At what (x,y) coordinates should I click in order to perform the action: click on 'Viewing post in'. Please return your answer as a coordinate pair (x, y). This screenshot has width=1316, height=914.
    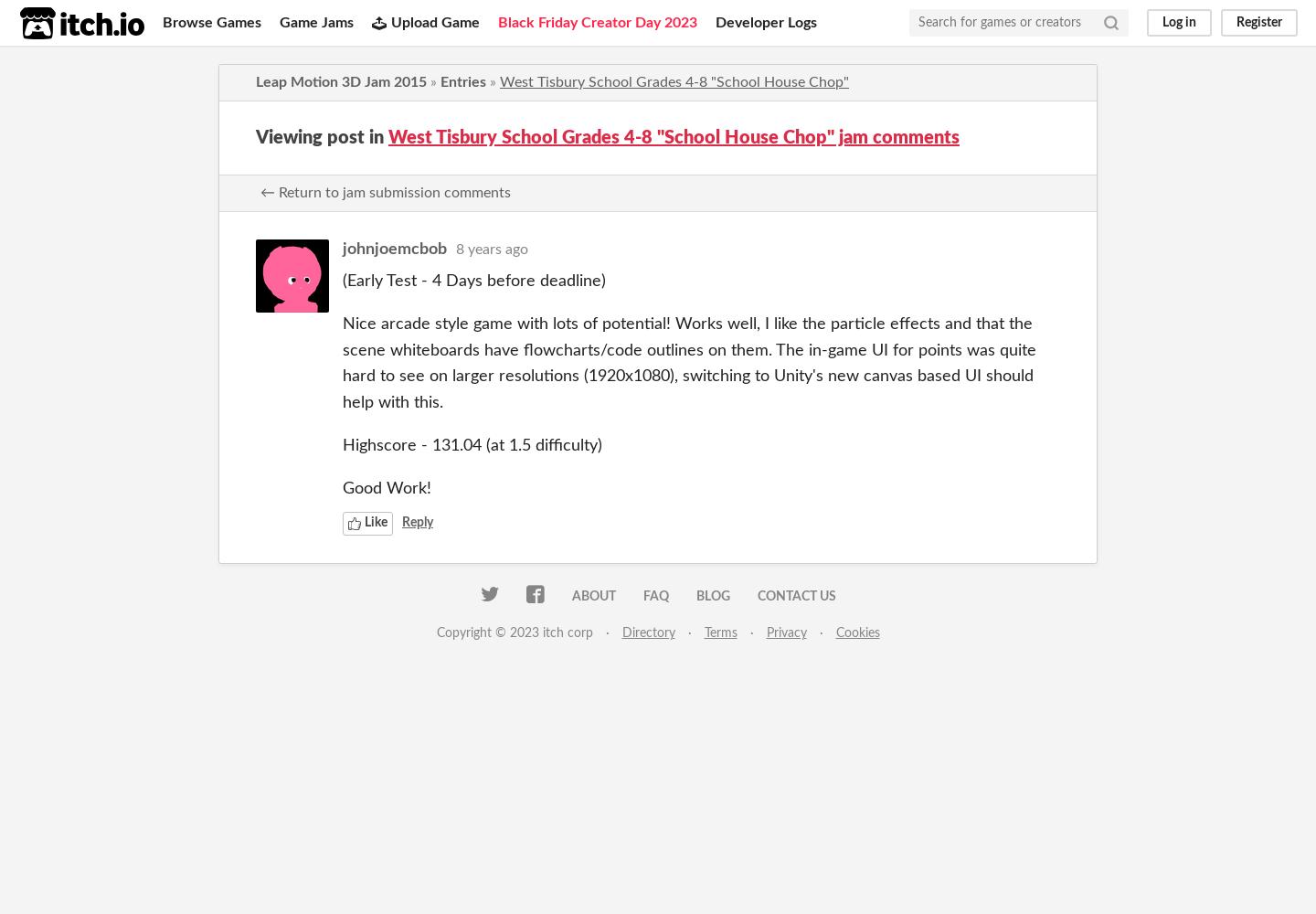
    Looking at the image, I should click on (322, 138).